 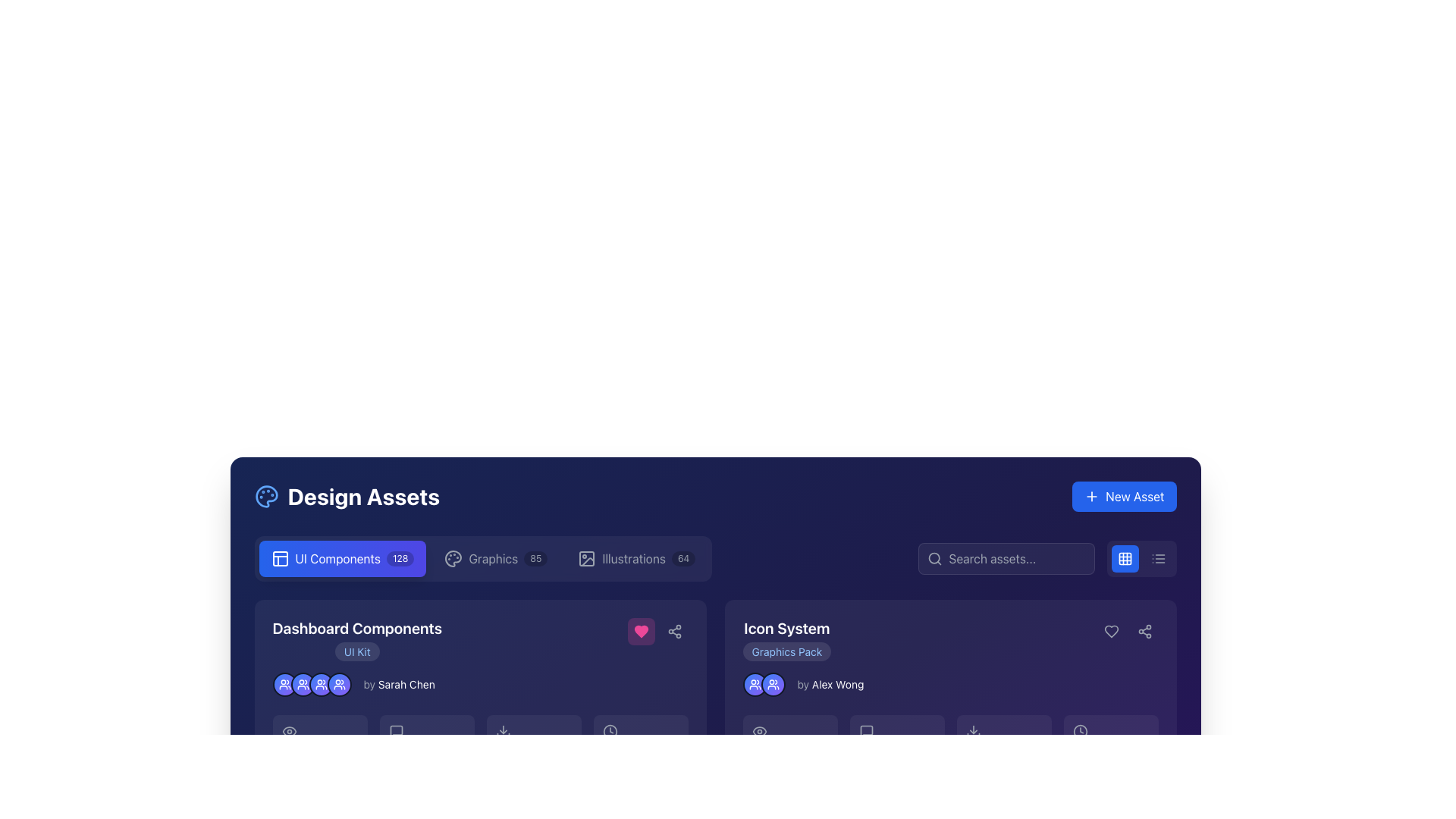 What do you see at coordinates (1144, 632) in the screenshot?
I see `the sharing button, which is a circular icon with a central dot and three connected dots, located to the right of a heart-shaped icon in the top-right corner of the interface` at bounding box center [1144, 632].